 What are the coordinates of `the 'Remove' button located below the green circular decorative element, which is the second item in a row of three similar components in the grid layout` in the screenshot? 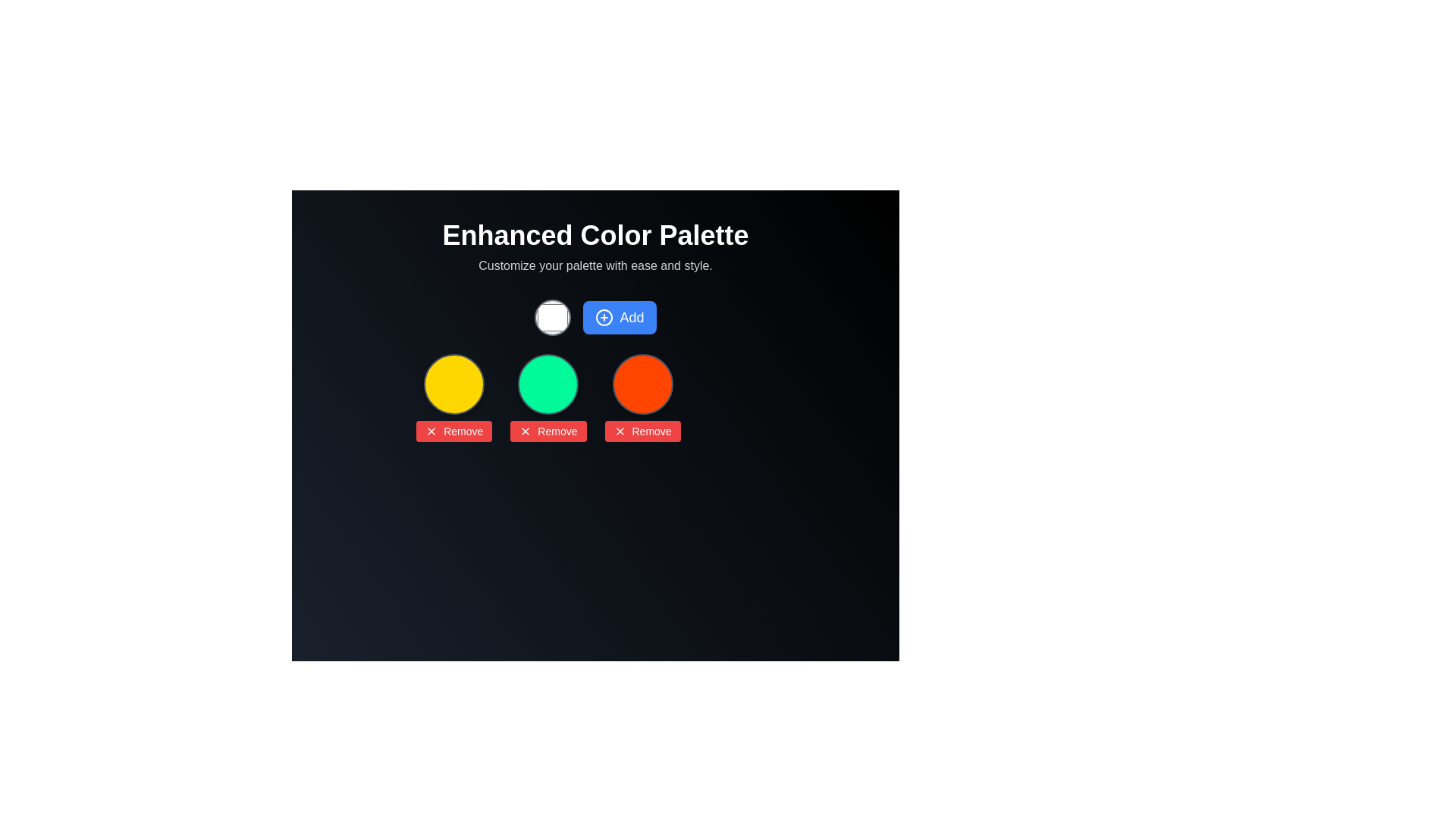 It's located at (548, 397).